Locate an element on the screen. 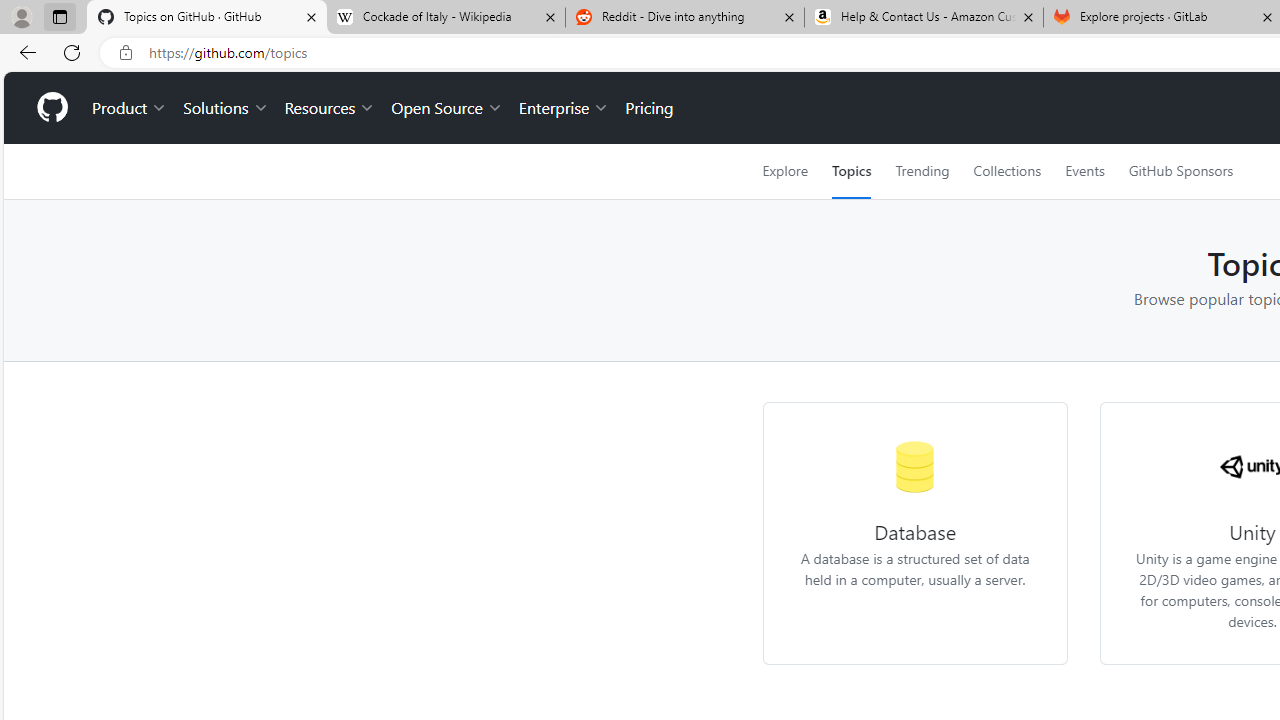 The image size is (1280, 720). 'Explore' is located at coordinates (784, 170).